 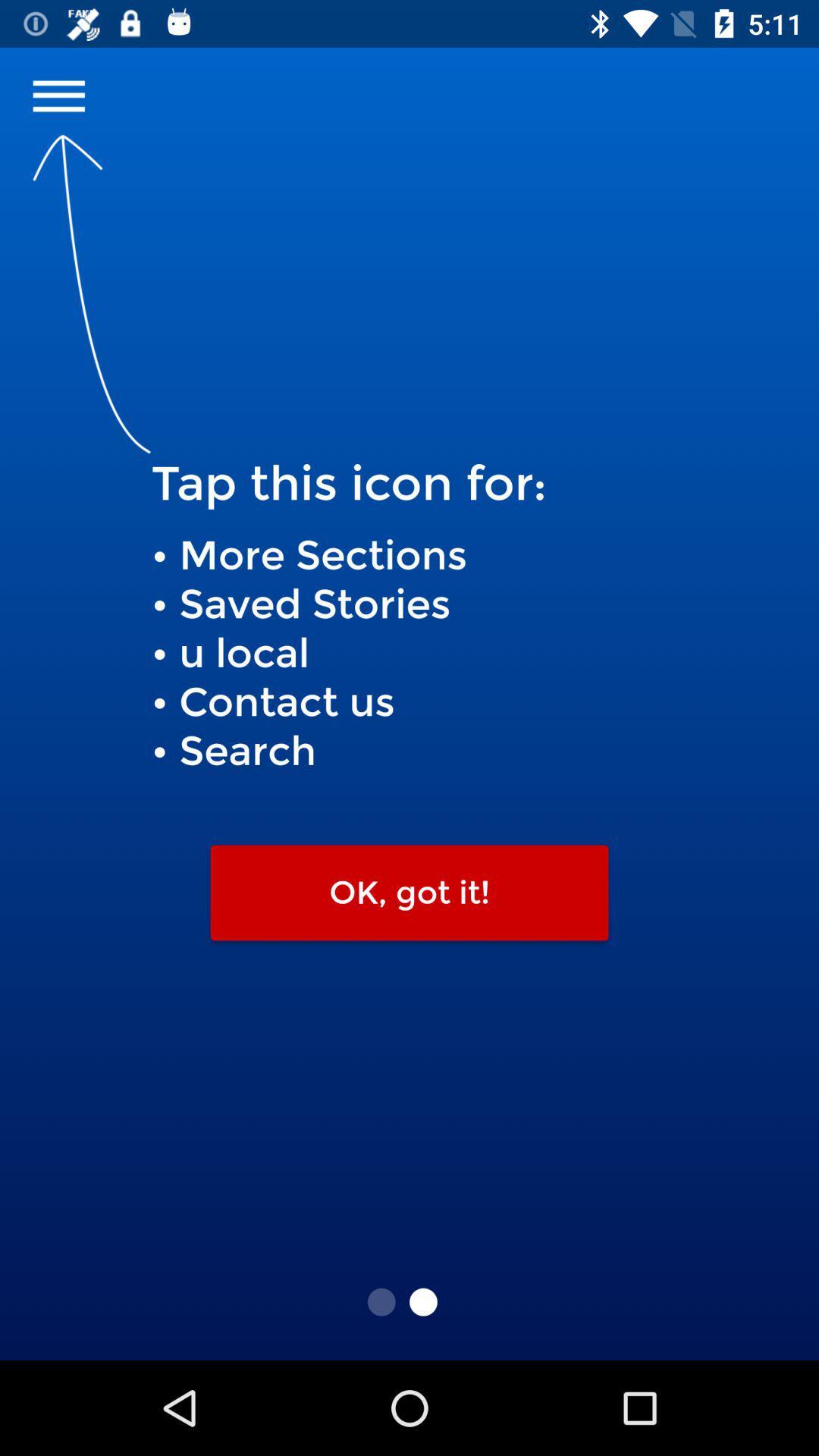 I want to click on the ok, got it!, so click(x=409, y=893).